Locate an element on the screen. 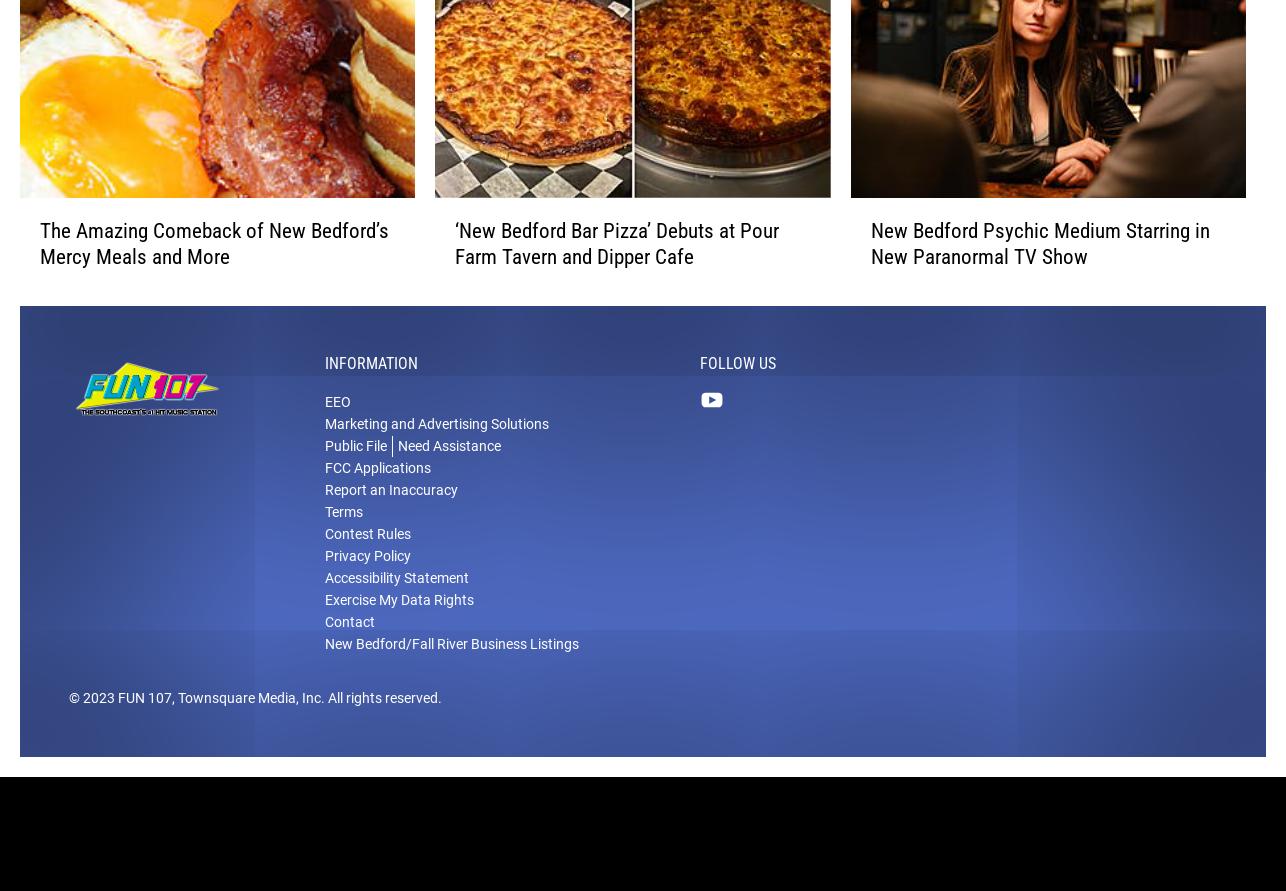 Image resolution: width=1286 pixels, height=891 pixels. 'Contact' is located at coordinates (349, 647).